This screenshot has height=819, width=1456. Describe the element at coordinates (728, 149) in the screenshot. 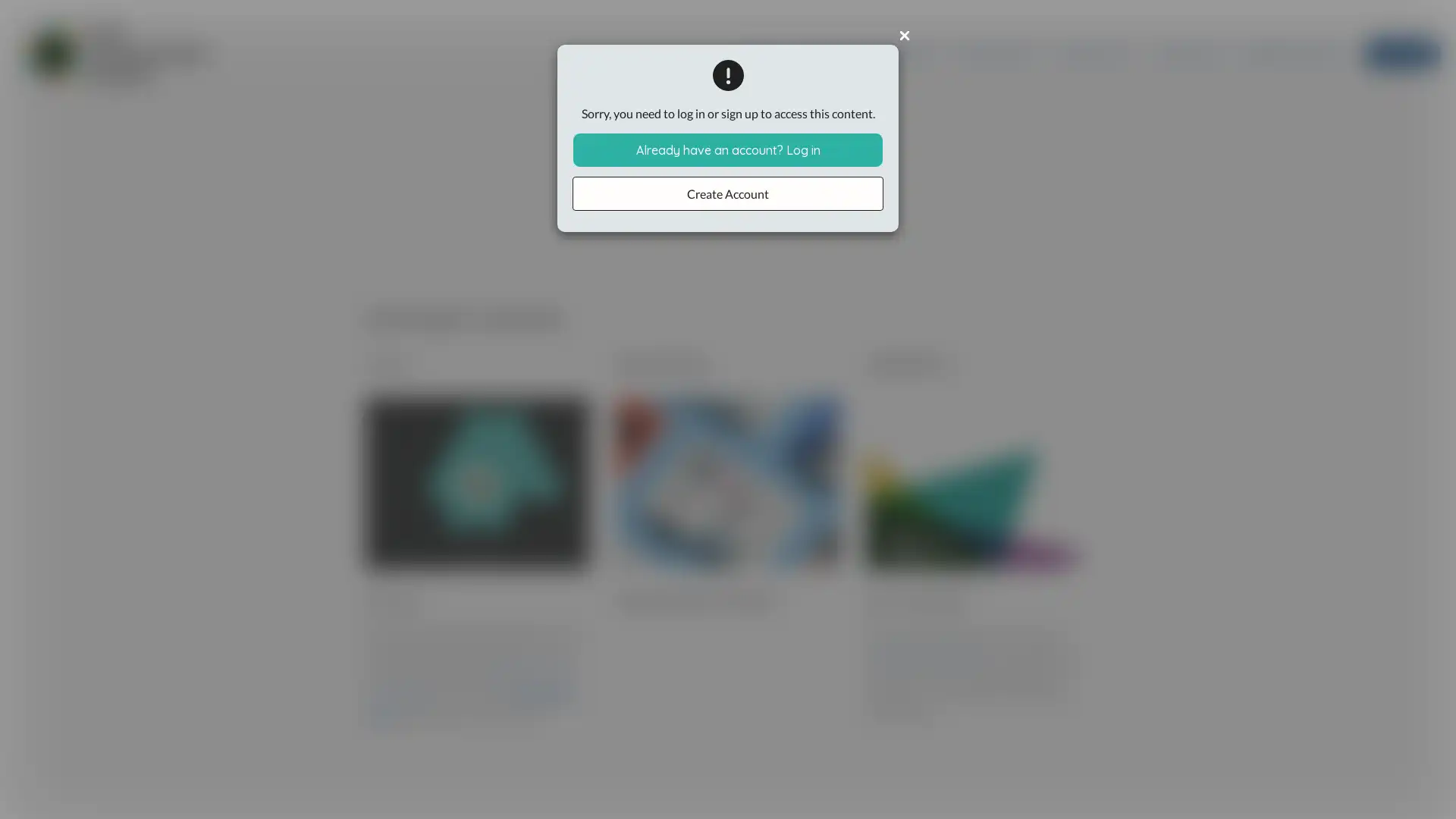

I see `Already have an account? Log in` at that location.